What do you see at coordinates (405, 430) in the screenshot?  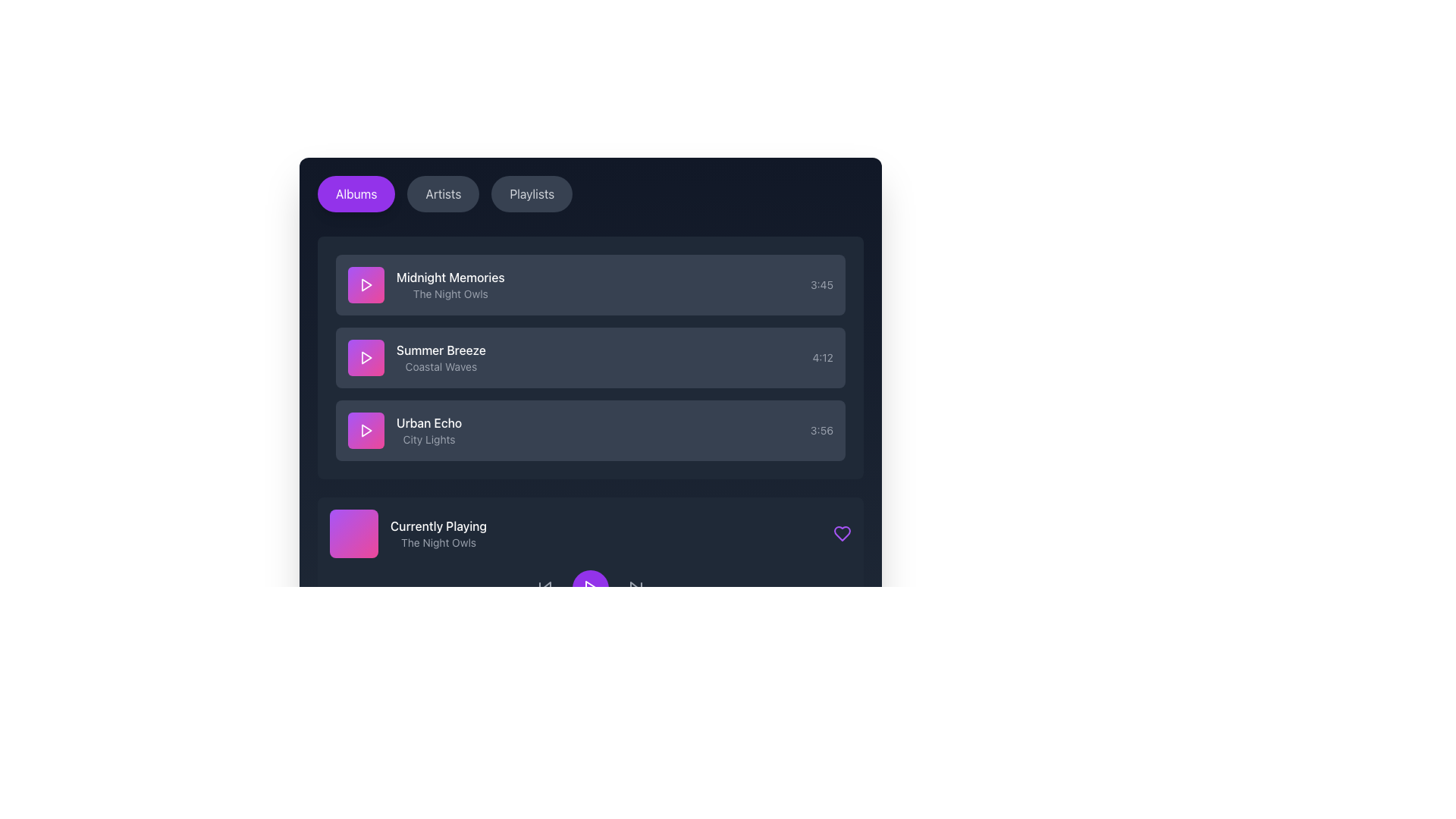 I see `the list item displaying information about the track 'Urban Echo - City Lights'` at bounding box center [405, 430].